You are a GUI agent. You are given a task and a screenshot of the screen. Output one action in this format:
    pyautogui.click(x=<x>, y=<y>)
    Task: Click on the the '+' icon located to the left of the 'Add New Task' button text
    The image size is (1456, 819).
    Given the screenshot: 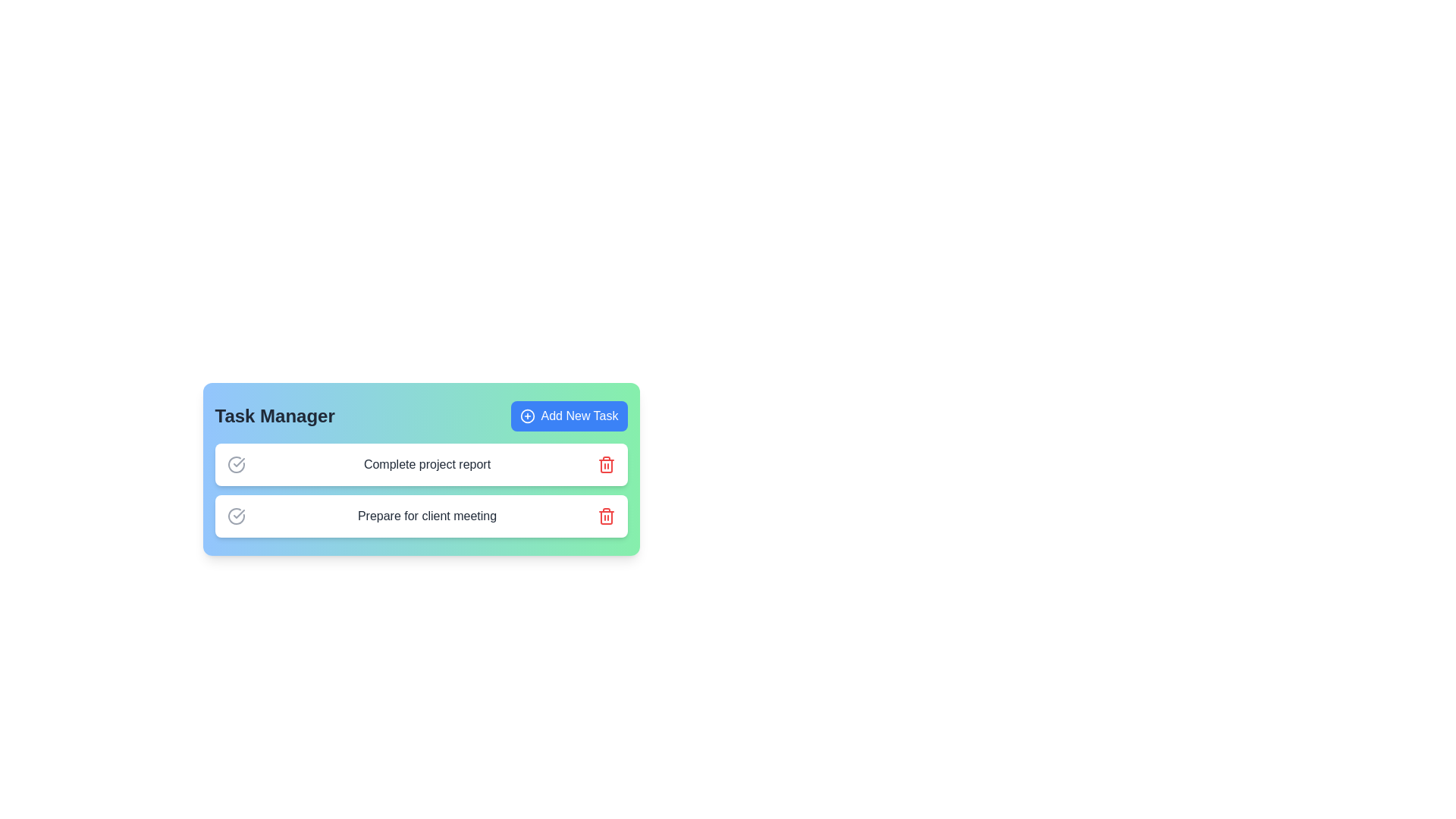 What is the action you would take?
    pyautogui.click(x=527, y=416)
    